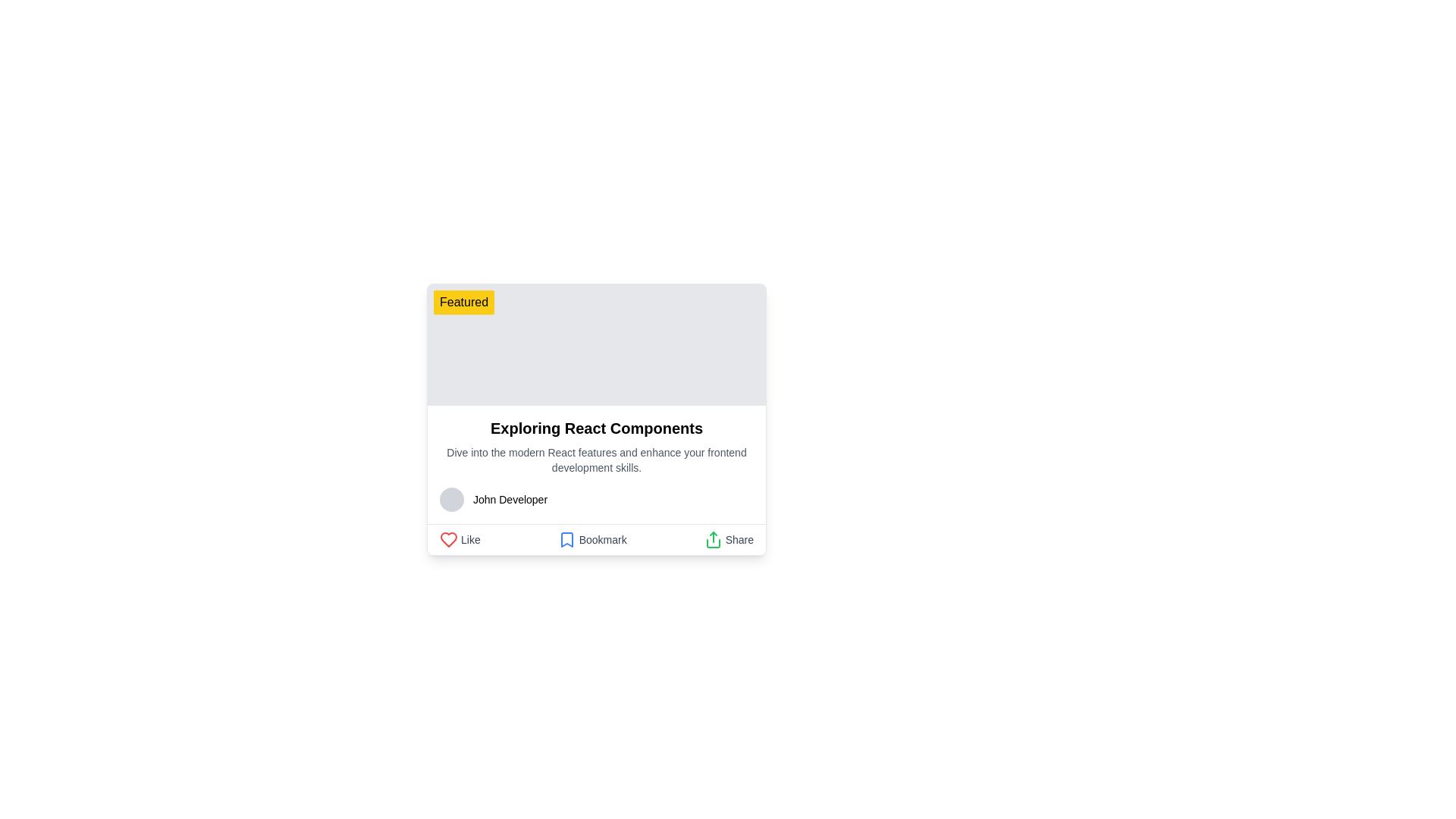 Image resolution: width=1456 pixels, height=819 pixels. I want to click on the Label text that describes the bookmark action, located in the toolbar at the bottom of the card, positioned to the right of the blue bookmark icon and left of the 'Share' option, so click(602, 539).